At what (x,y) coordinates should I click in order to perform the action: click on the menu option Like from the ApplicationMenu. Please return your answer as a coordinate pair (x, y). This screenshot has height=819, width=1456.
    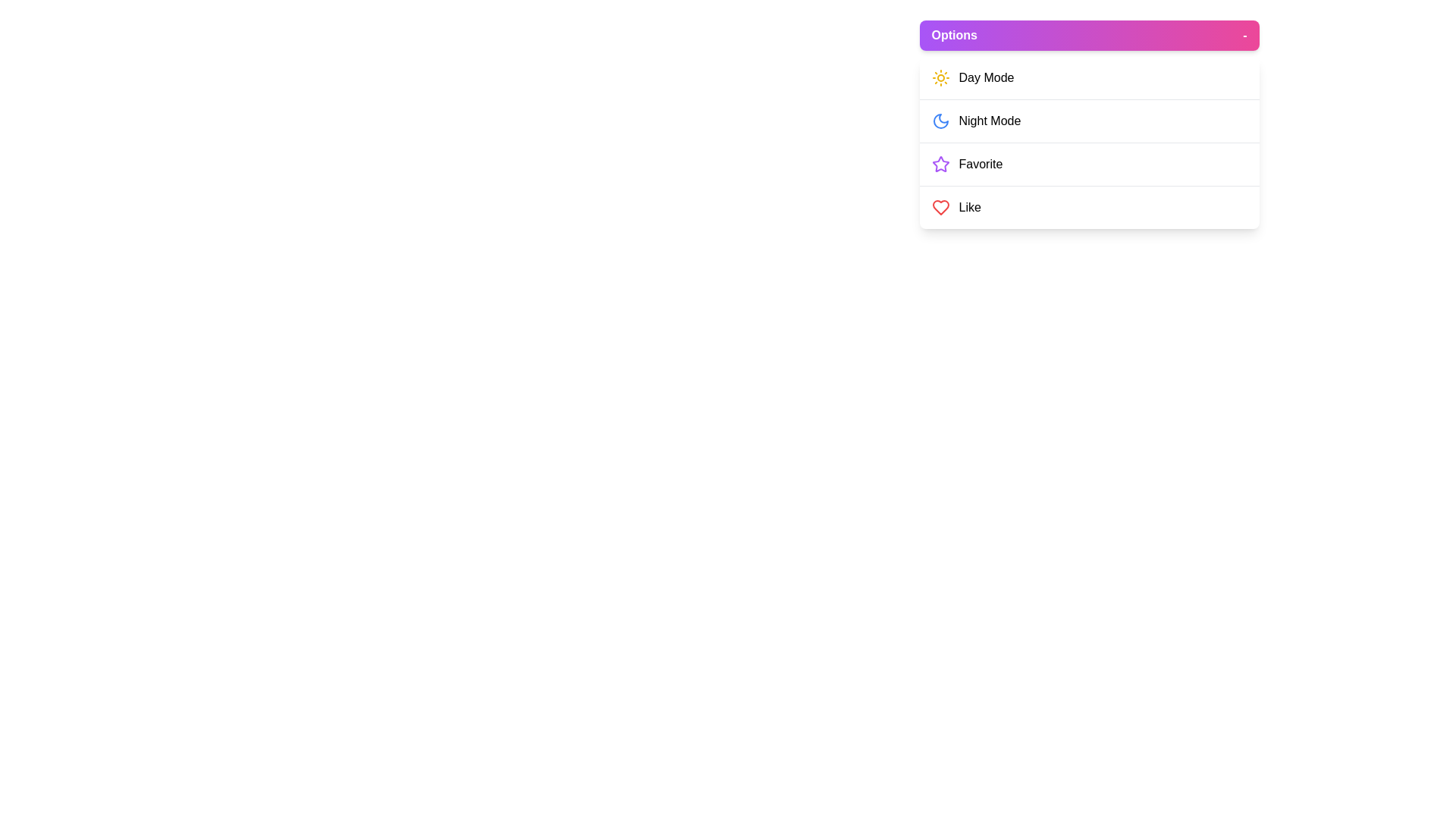
    Looking at the image, I should click on (1088, 207).